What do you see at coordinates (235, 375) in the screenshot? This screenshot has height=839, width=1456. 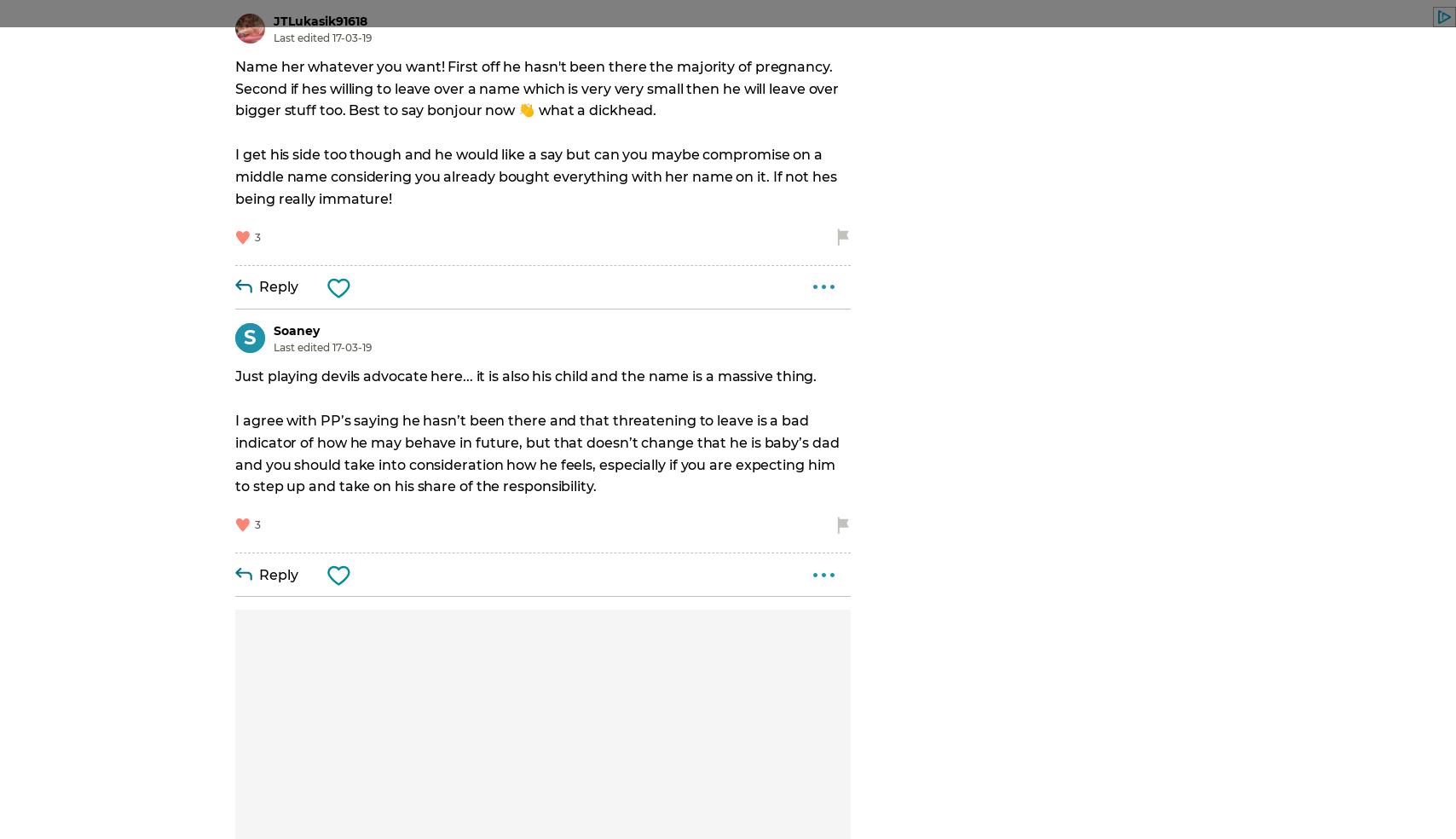 I see `'Just playing devils advocate here... it is also his child and the name is a massive thing.'` at bounding box center [235, 375].